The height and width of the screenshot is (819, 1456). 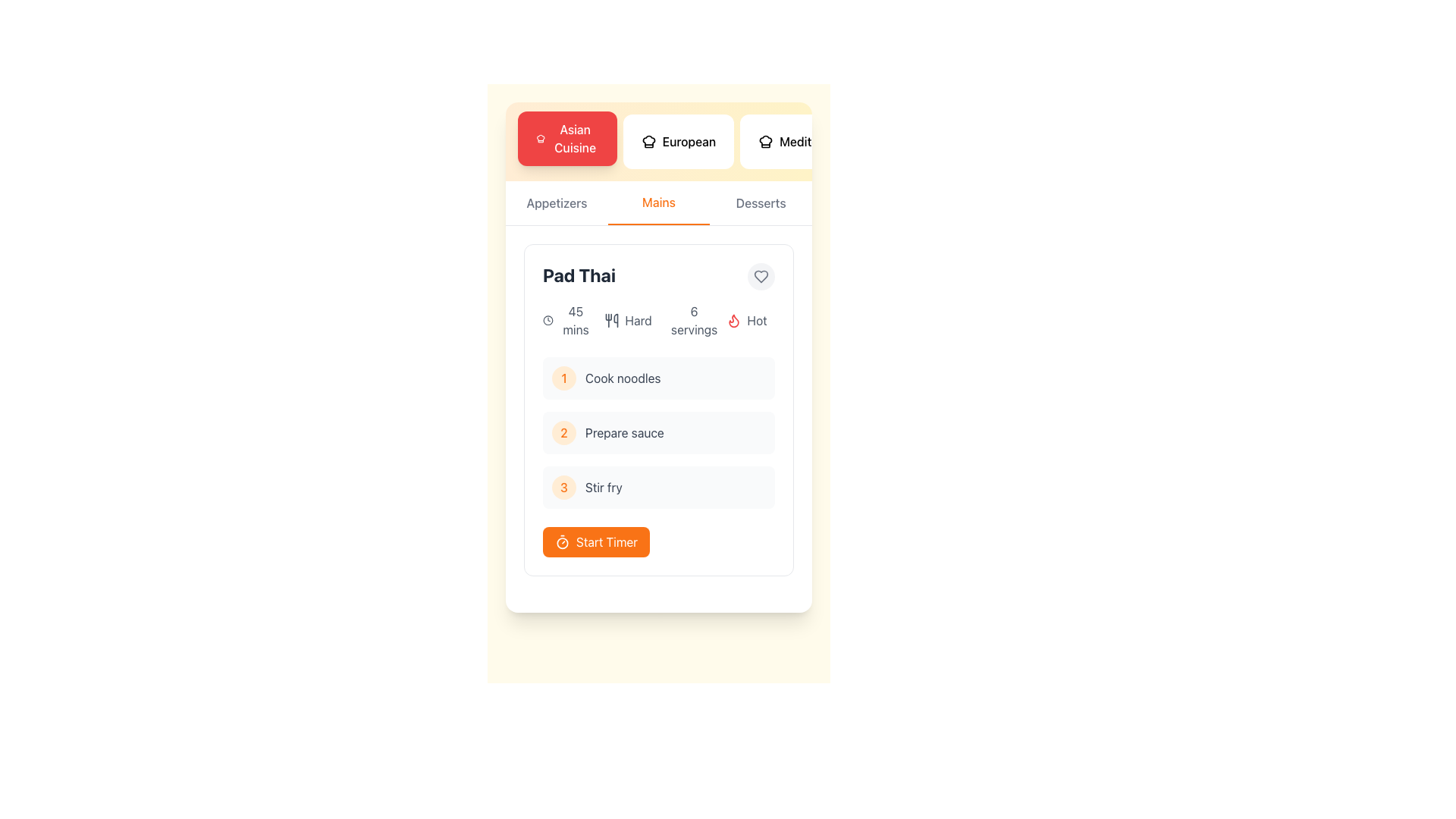 What do you see at coordinates (761, 202) in the screenshot?
I see `the 'Desserts' text label in the navigation bar` at bounding box center [761, 202].